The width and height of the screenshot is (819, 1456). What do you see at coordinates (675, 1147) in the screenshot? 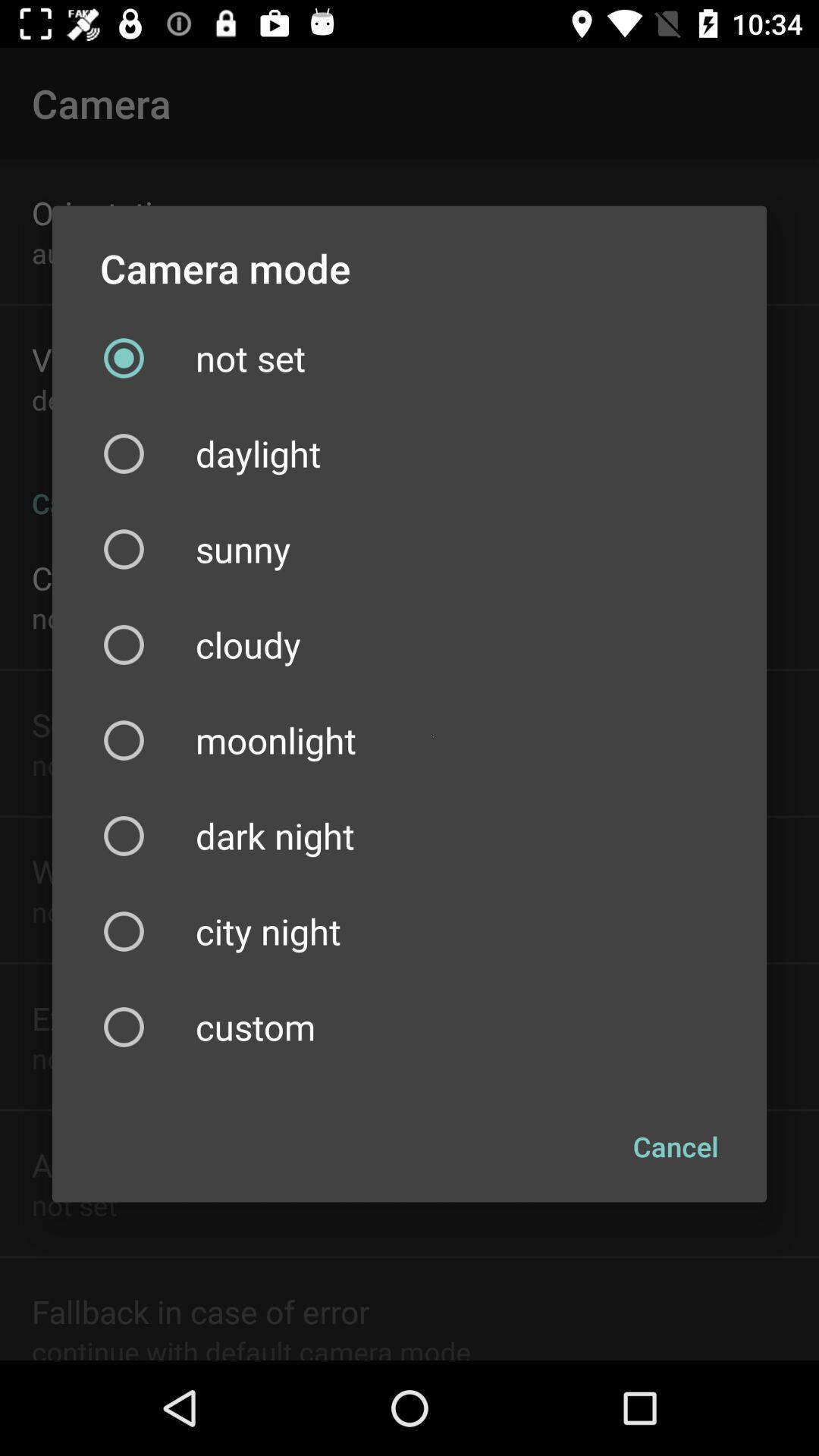
I see `icon at the bottom right corner` at bounding box center [675, 1147].